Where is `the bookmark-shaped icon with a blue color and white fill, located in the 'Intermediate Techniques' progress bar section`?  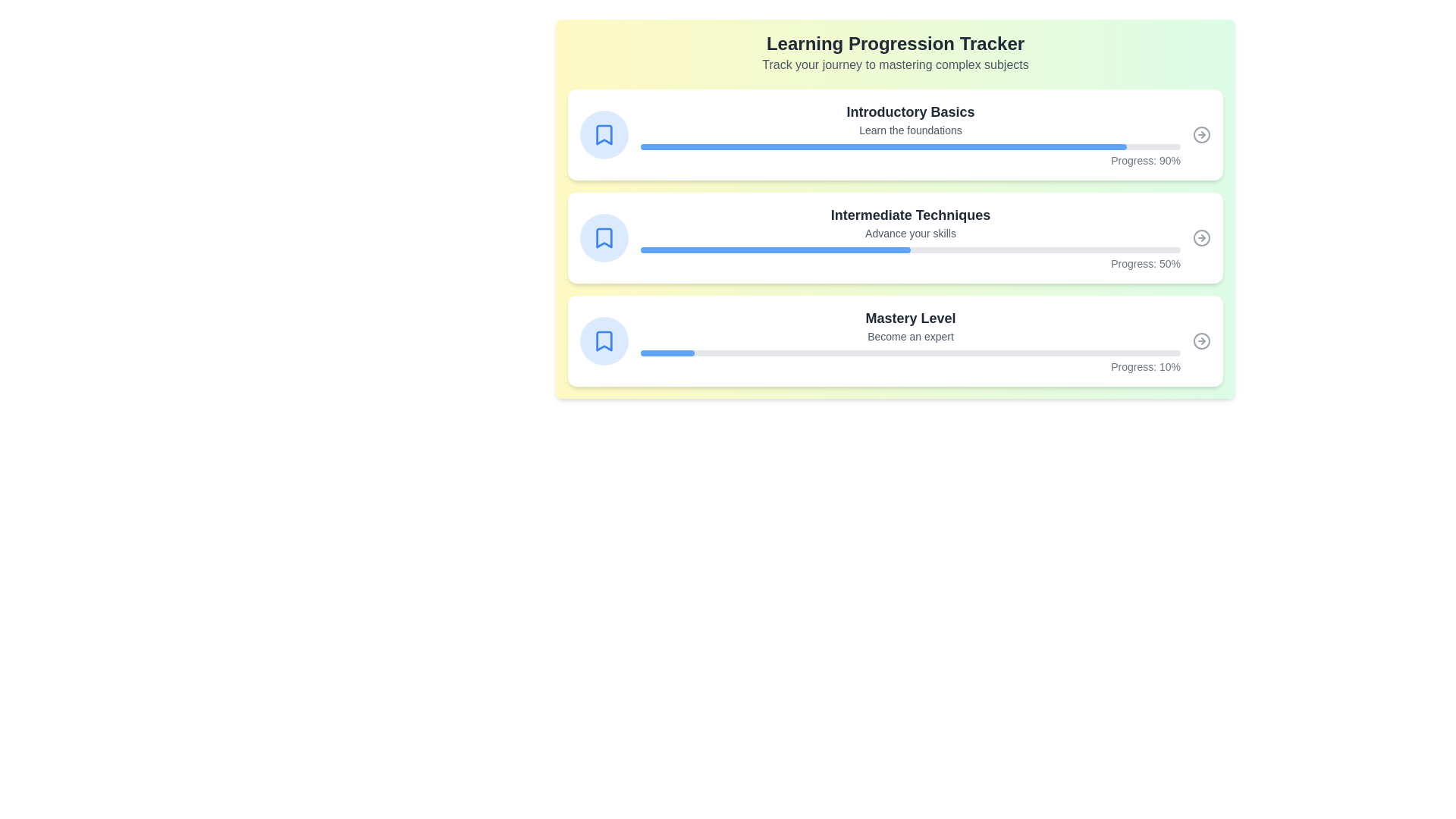 the bookmark-shaped icon with a blue color and white fill, located in the 'Intermediate Techniques' progress bar section is located at coordinates (603, 237).